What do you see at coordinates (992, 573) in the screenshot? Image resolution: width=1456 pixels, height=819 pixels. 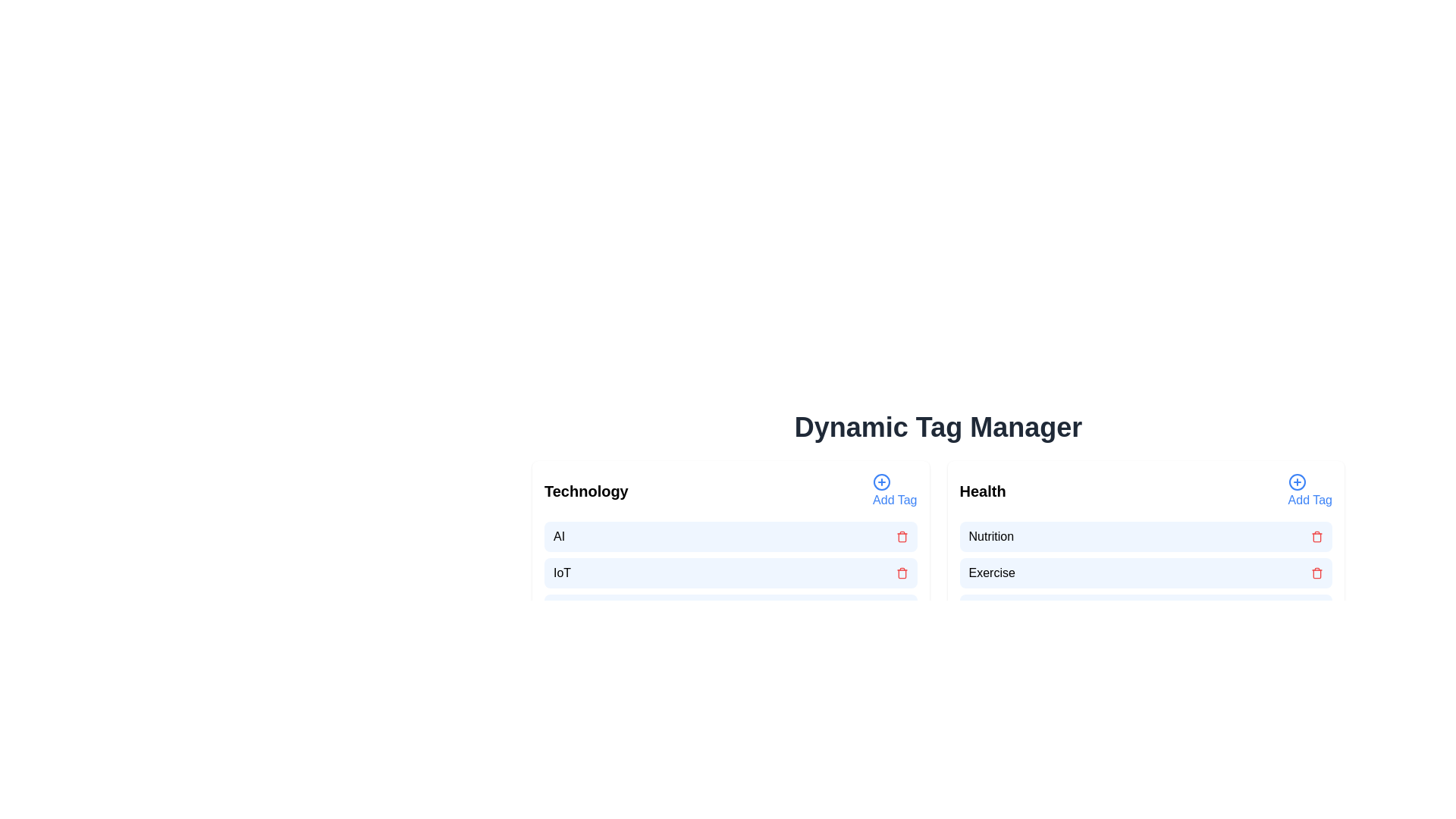 I see `'Exercise' text label located in the 'Health' section, directly below the 'Nutrition' item, by clicking on its center point` at bounding box center [992, 573].